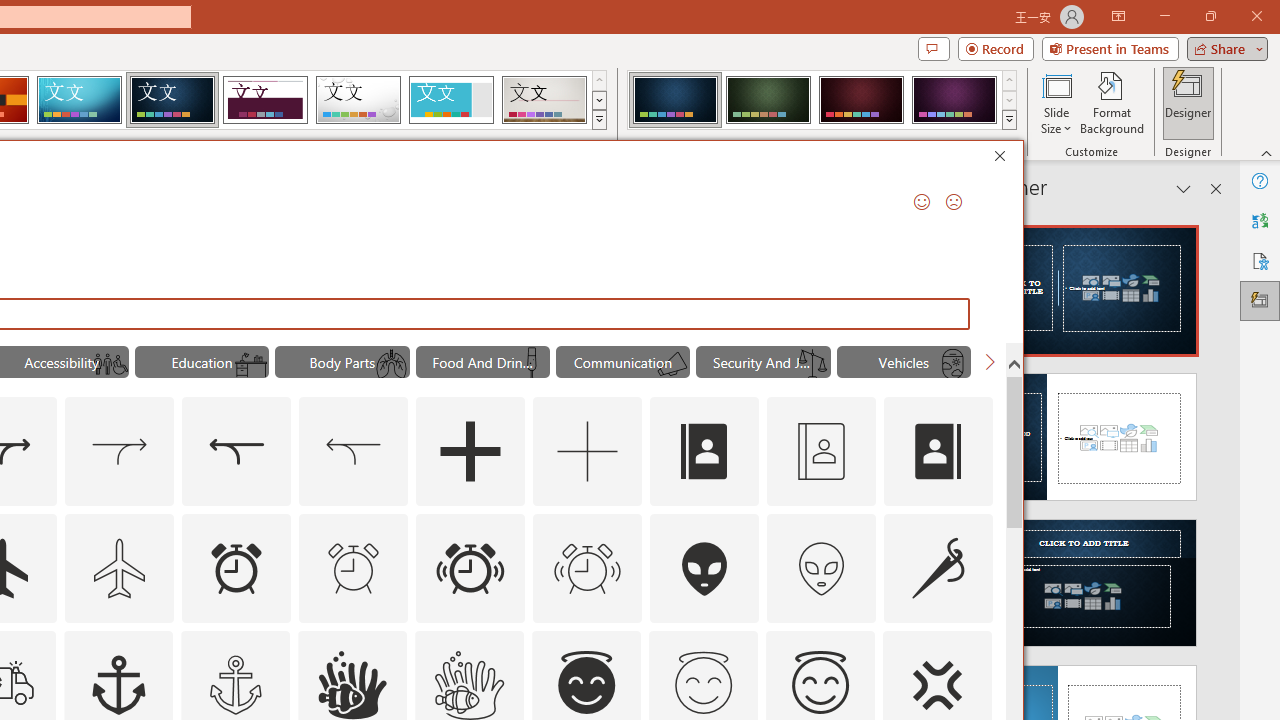 The width and height of the screenshot is (1280, 720). What do you see at coordinates (470, 452) in the screenshot?
I see `'AutomationID: Icons_Add'` at bounding box center [470, 452].